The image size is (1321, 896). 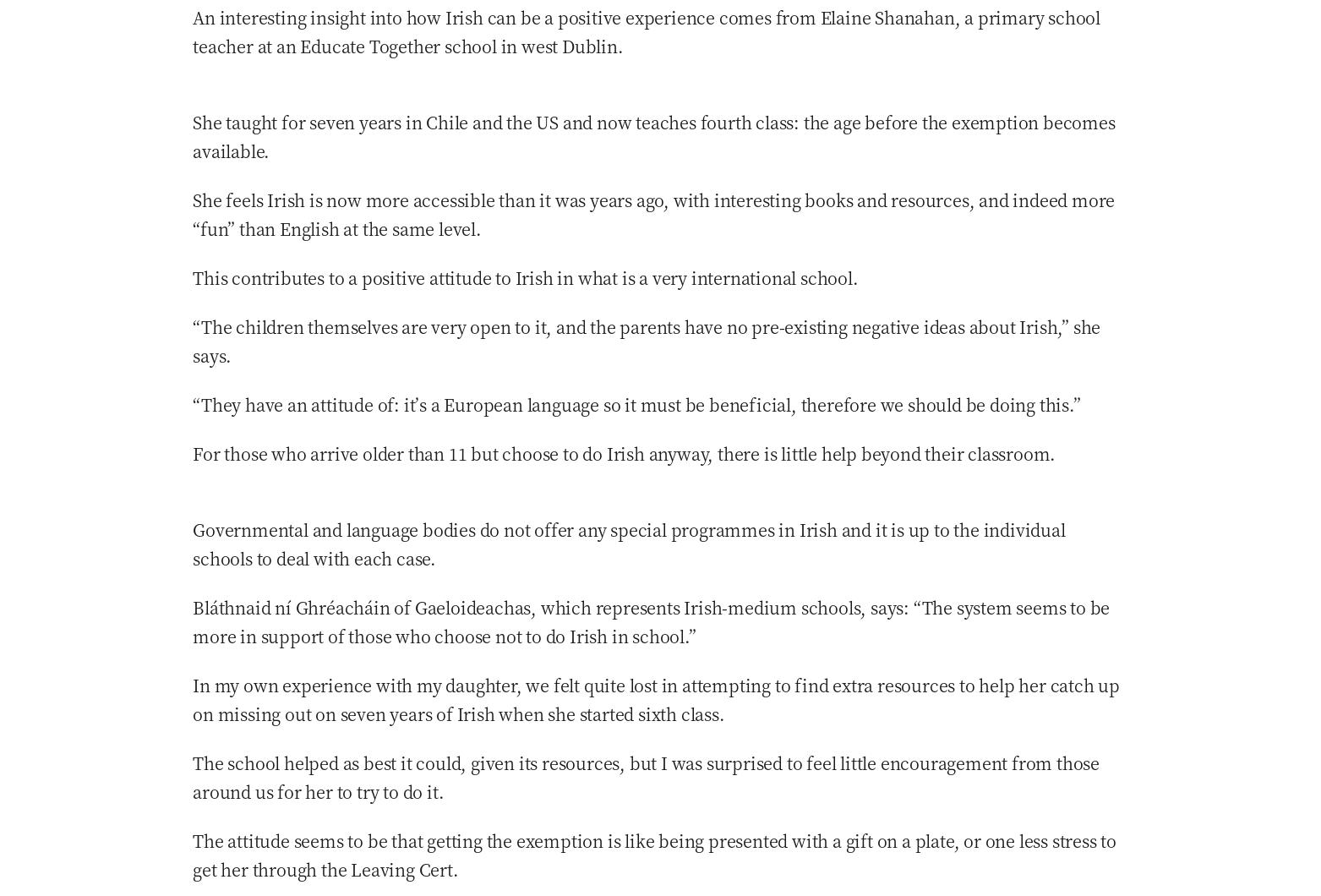 What do you see at coordinates (646, 339) in the screenshot?
I see `'“The children themselves are very open to it, and the parents have no pre-existing negative ideas about Irish,” she says.'` at bounding box center [646, 339].